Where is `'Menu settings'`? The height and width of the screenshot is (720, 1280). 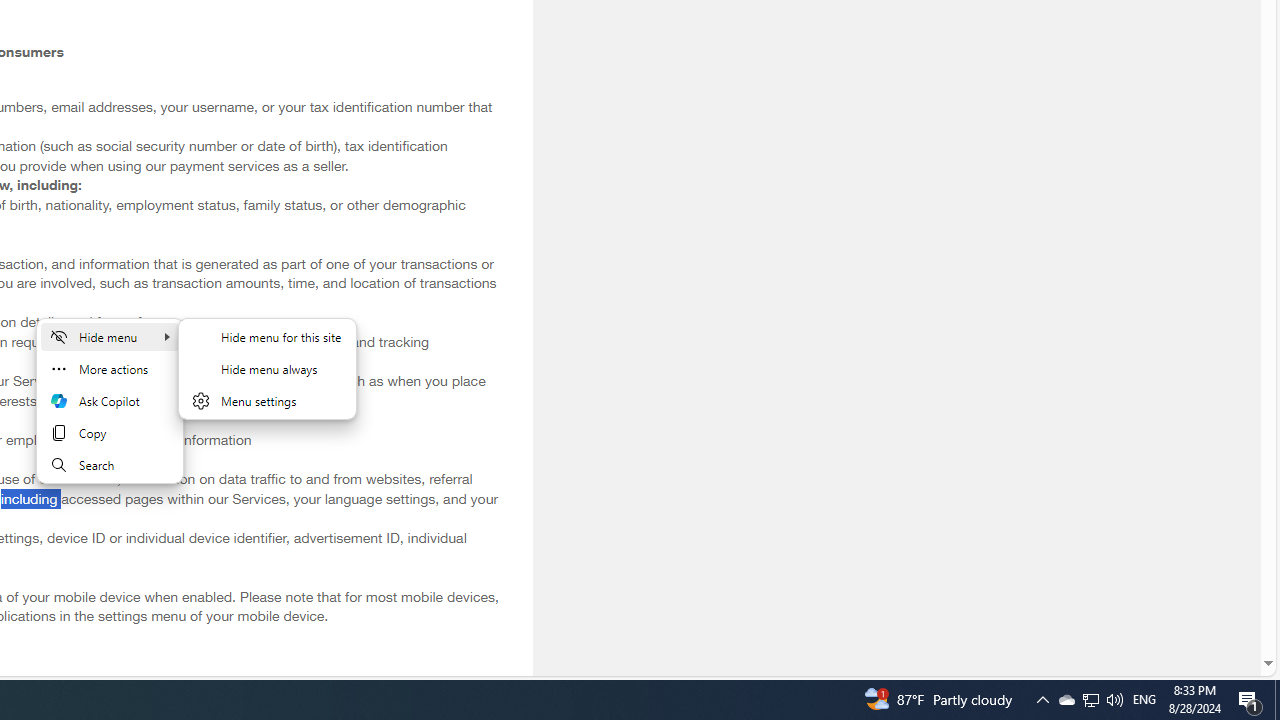 'Menu settings' is located at coordinates (266, 401).